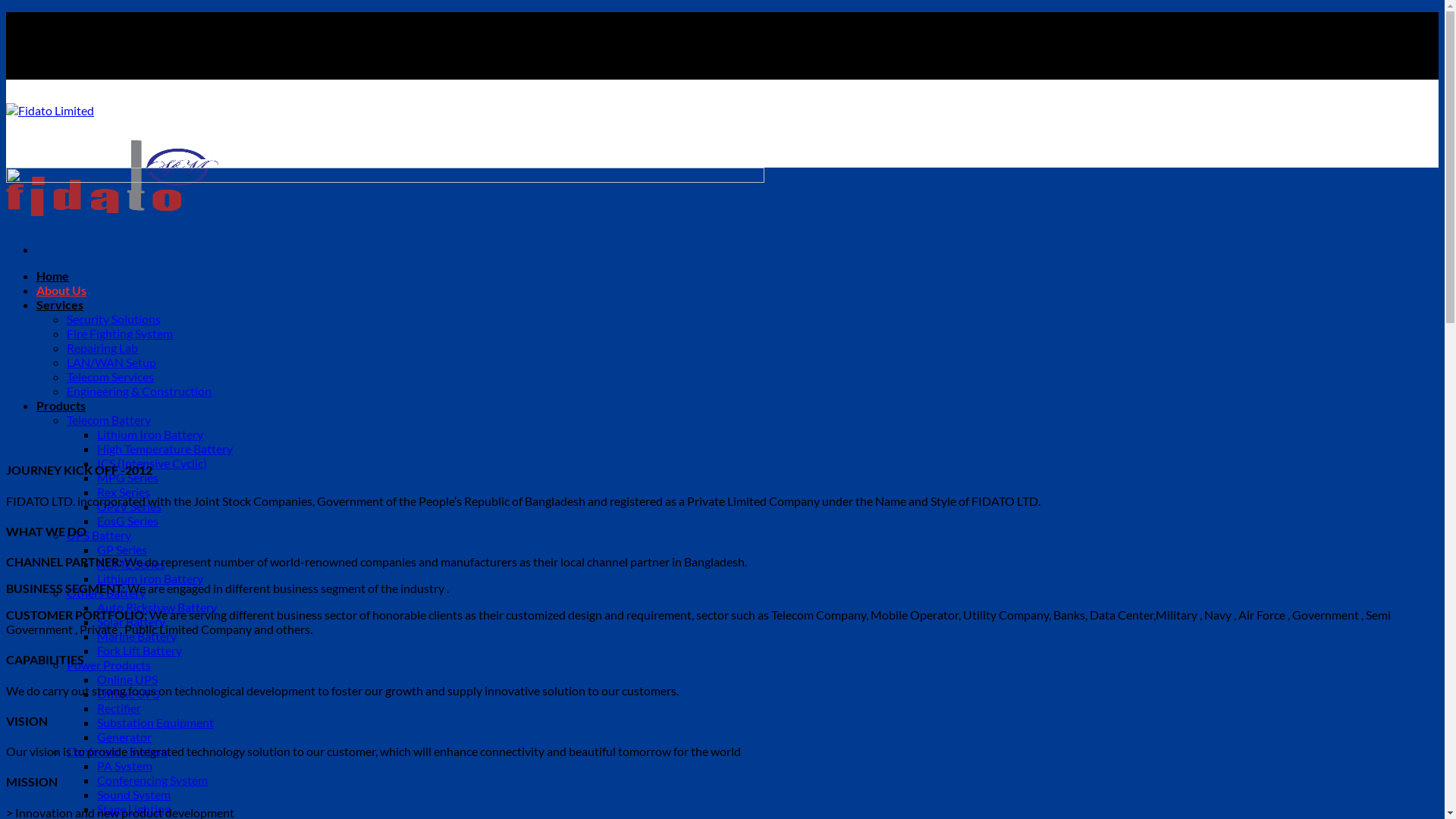  I want to click on 'Sound System', so click(133, 793).